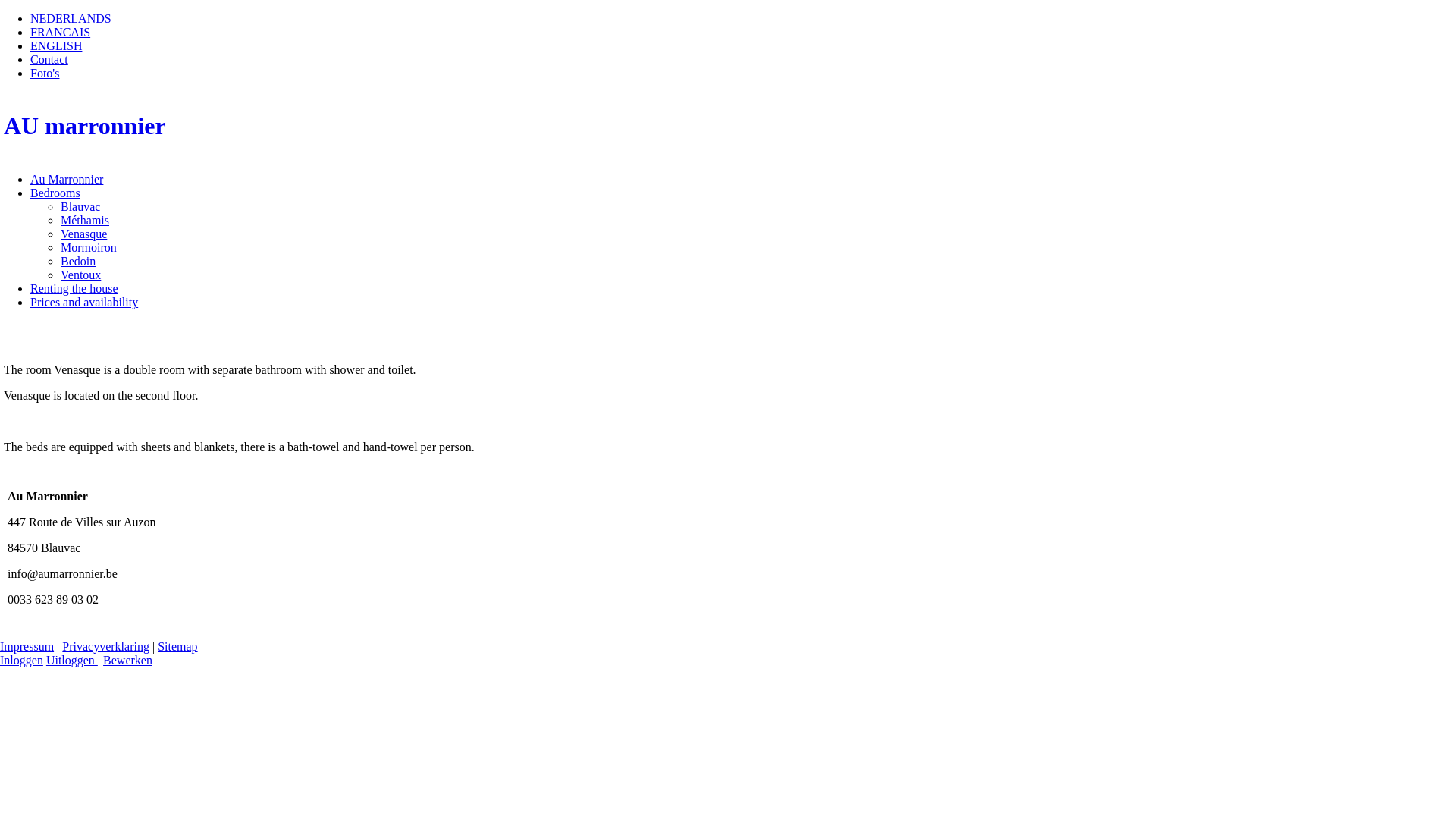 This screenshot has height=819, width=1456. I want to click on 'Foto's', so click(44, 73).